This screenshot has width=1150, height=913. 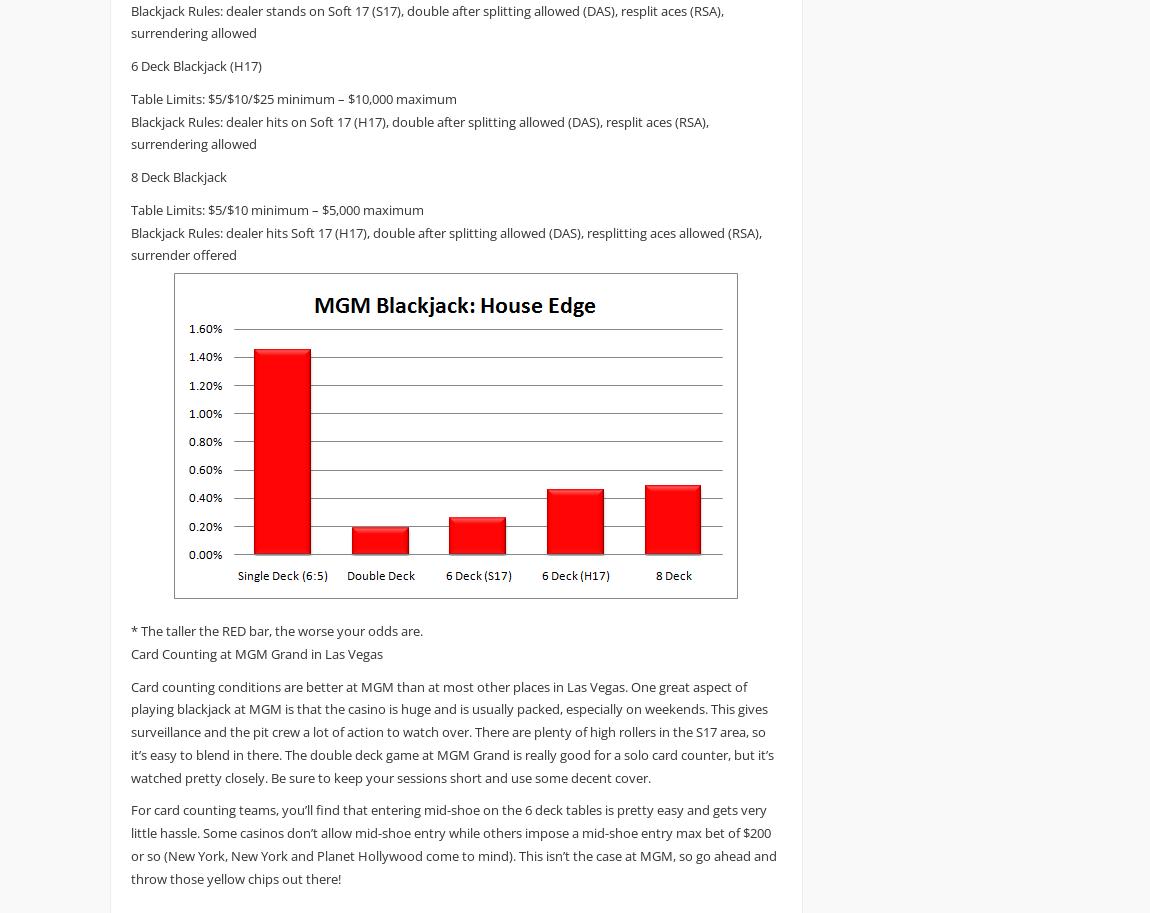 I want to click on 'Blackjack Rules: dealer hits Soft 17 (H17), double after splitting allowed (DAS), resplitting aces allowed (RSA), surrender offered', so click(x=129, y=242).